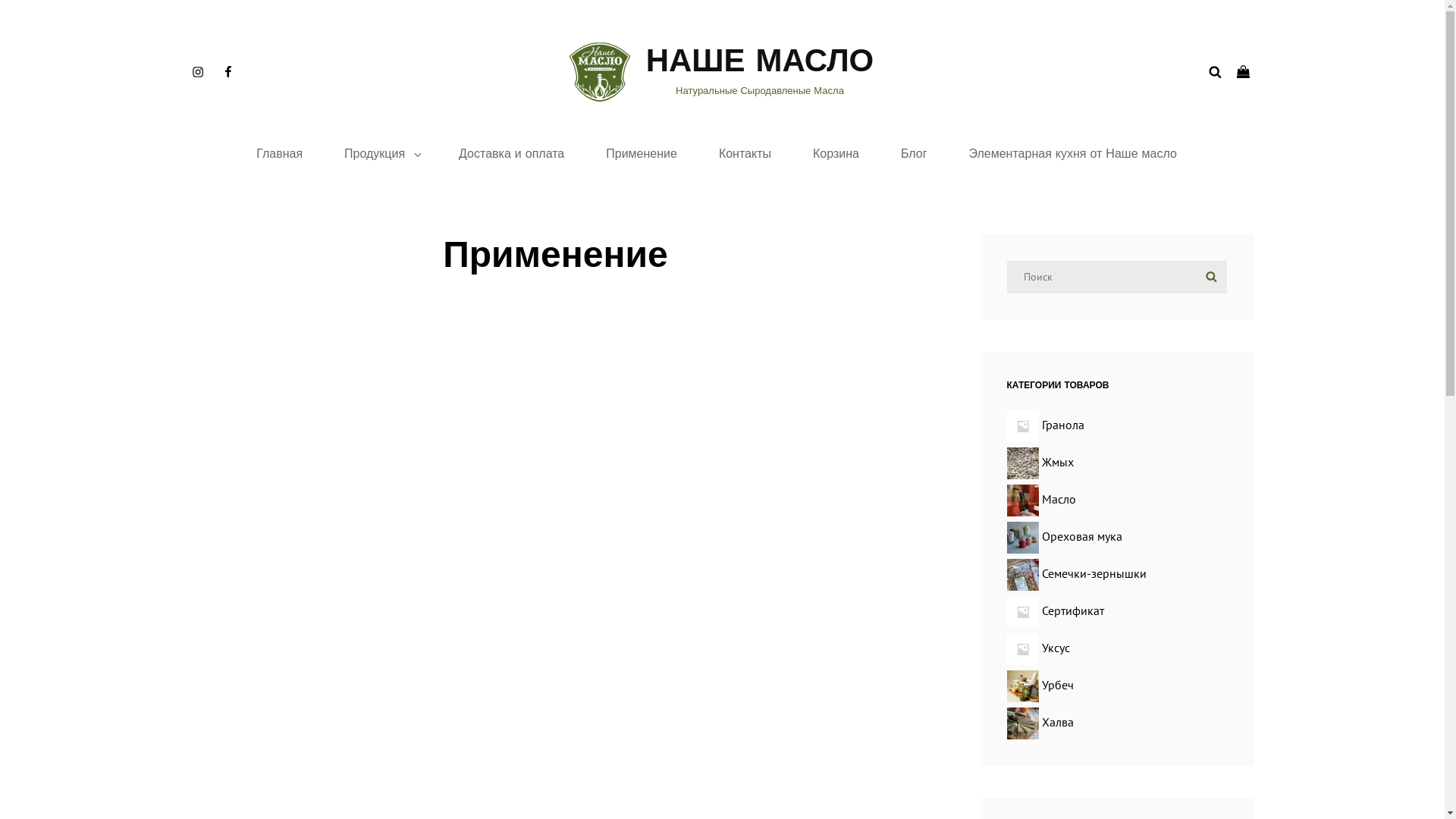 The height and width of the screenshot is (819, 1456). I want to click on 'Instagram', so click(196, 72).